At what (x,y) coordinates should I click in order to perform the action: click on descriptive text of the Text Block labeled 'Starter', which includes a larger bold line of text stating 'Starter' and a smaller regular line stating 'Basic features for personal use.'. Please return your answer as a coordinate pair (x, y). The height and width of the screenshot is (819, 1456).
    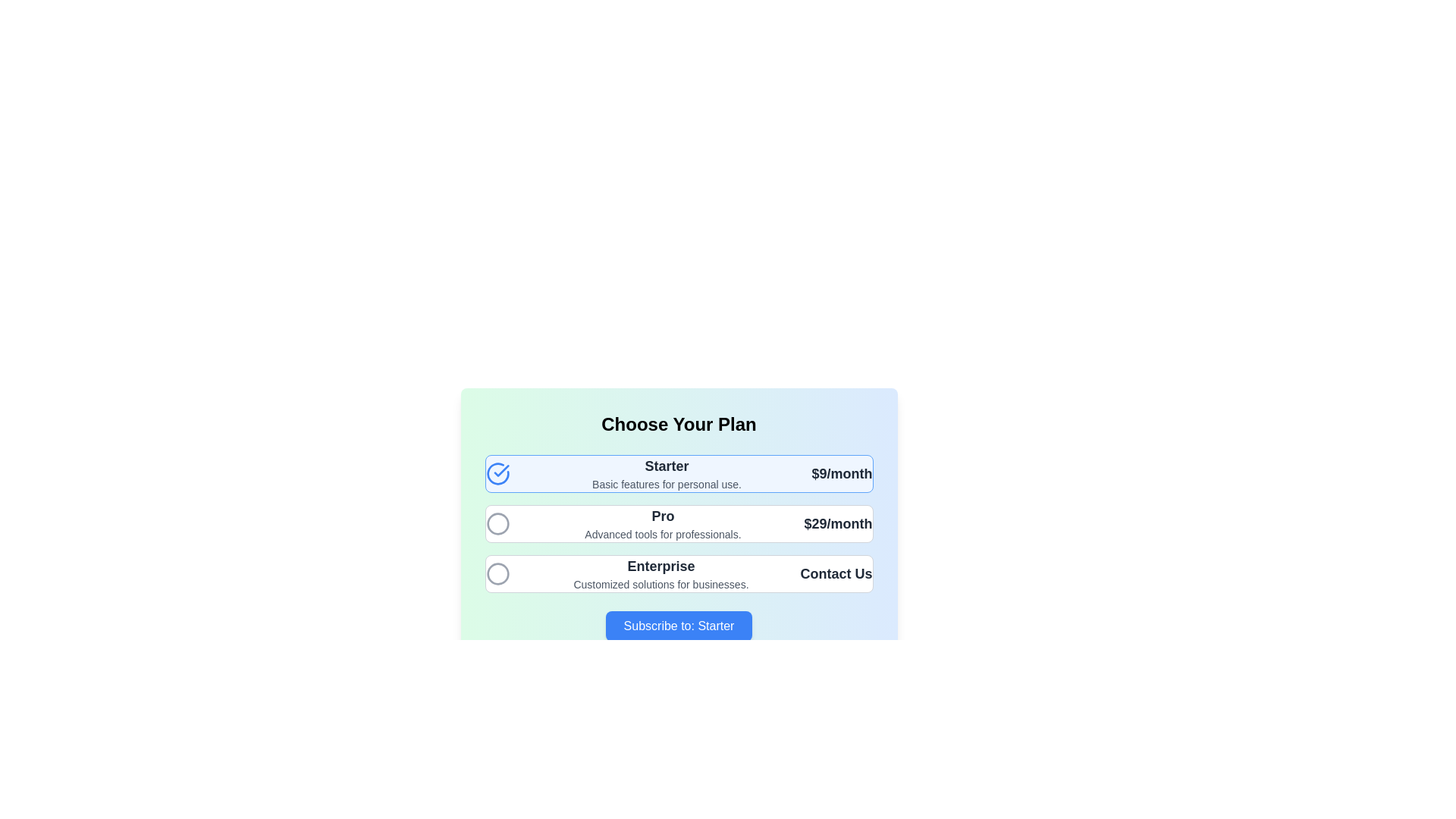
    Looking at the image, I should click on (667, 472).